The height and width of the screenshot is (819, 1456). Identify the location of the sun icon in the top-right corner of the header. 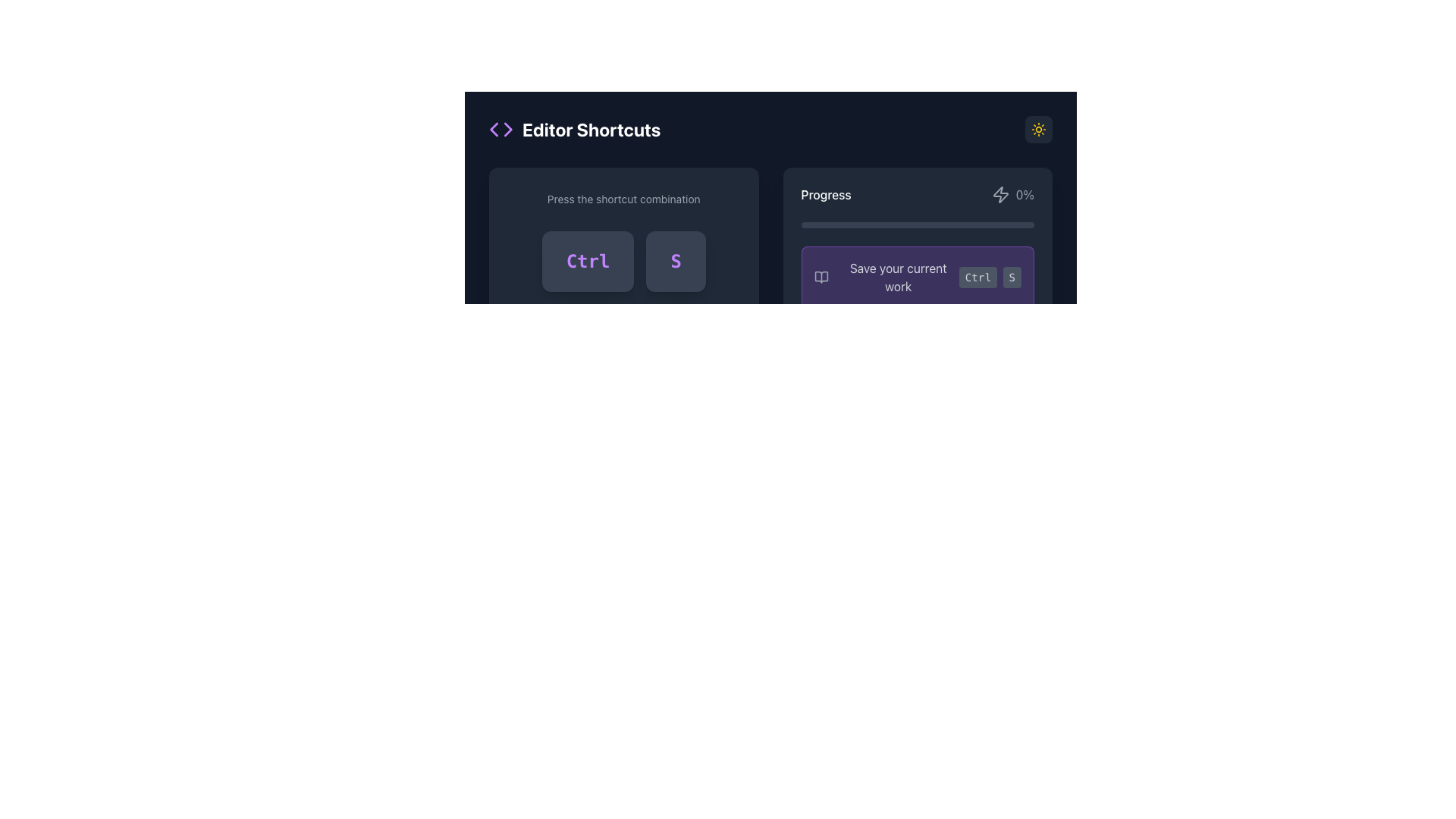
(1037, 128).